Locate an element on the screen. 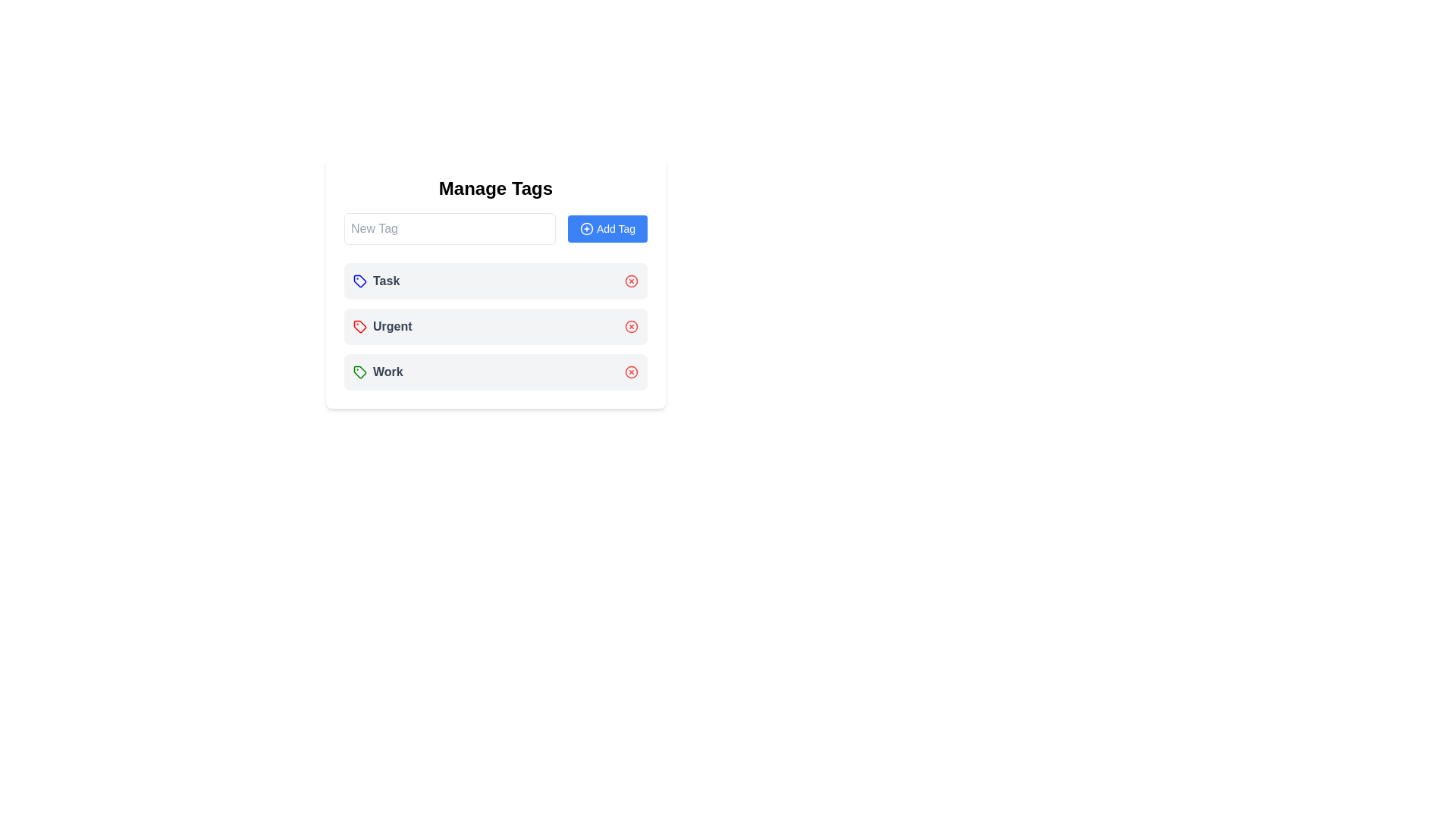  the icon representing the 'Task' label, located in the vertical list under 'Manage Tags', positioned to the left of the text label 'Task' is located at coordinates (359, 281).